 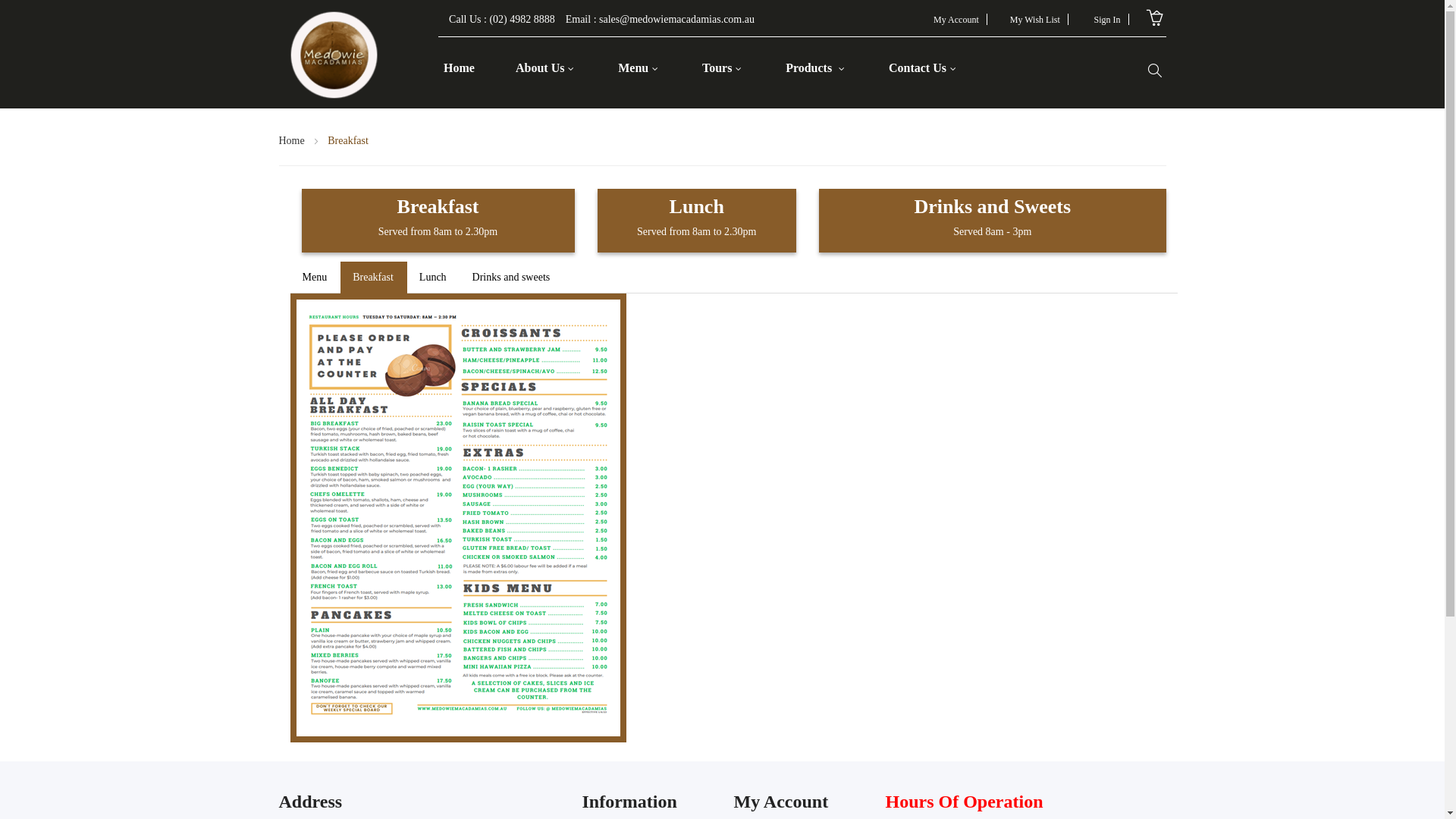 I want to click on 'Contact Us', so click(x=921, y=67).